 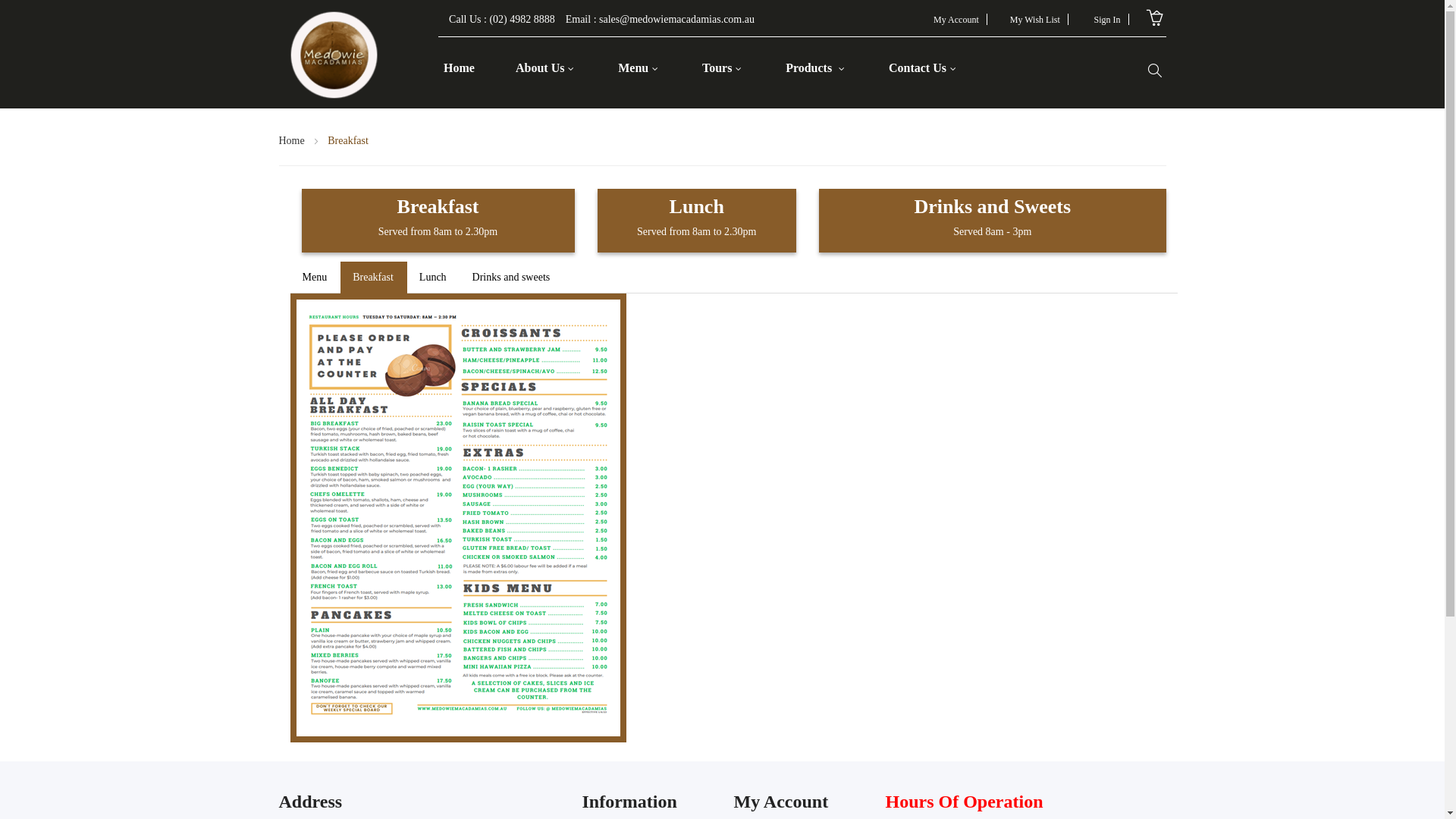 I want to click on 'Contact Us', so click(x=921, y=67).